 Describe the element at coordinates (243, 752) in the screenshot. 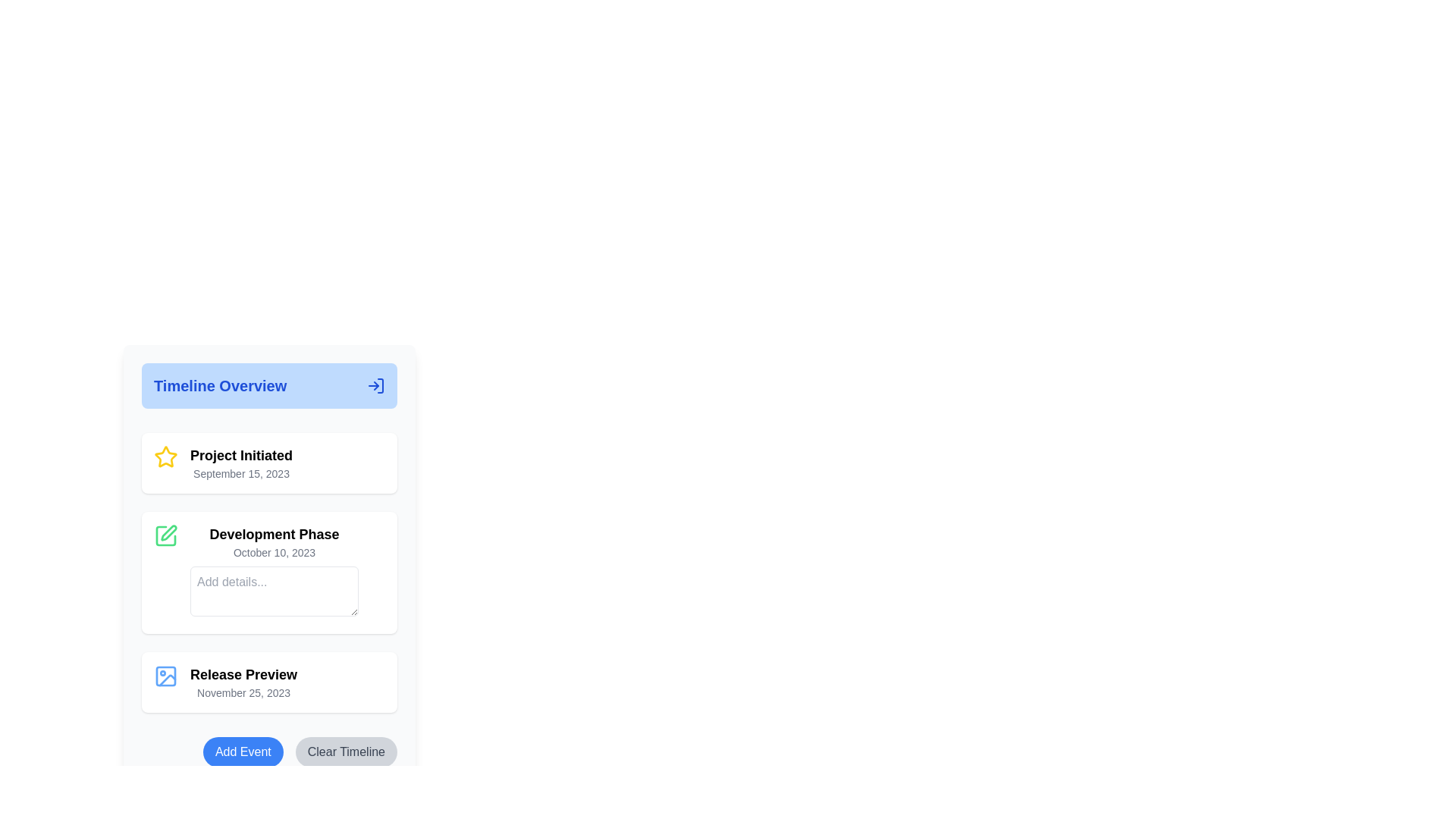

I see `the blue rectangular button labeled 'Add Event' for accessibility interactions` at that location.